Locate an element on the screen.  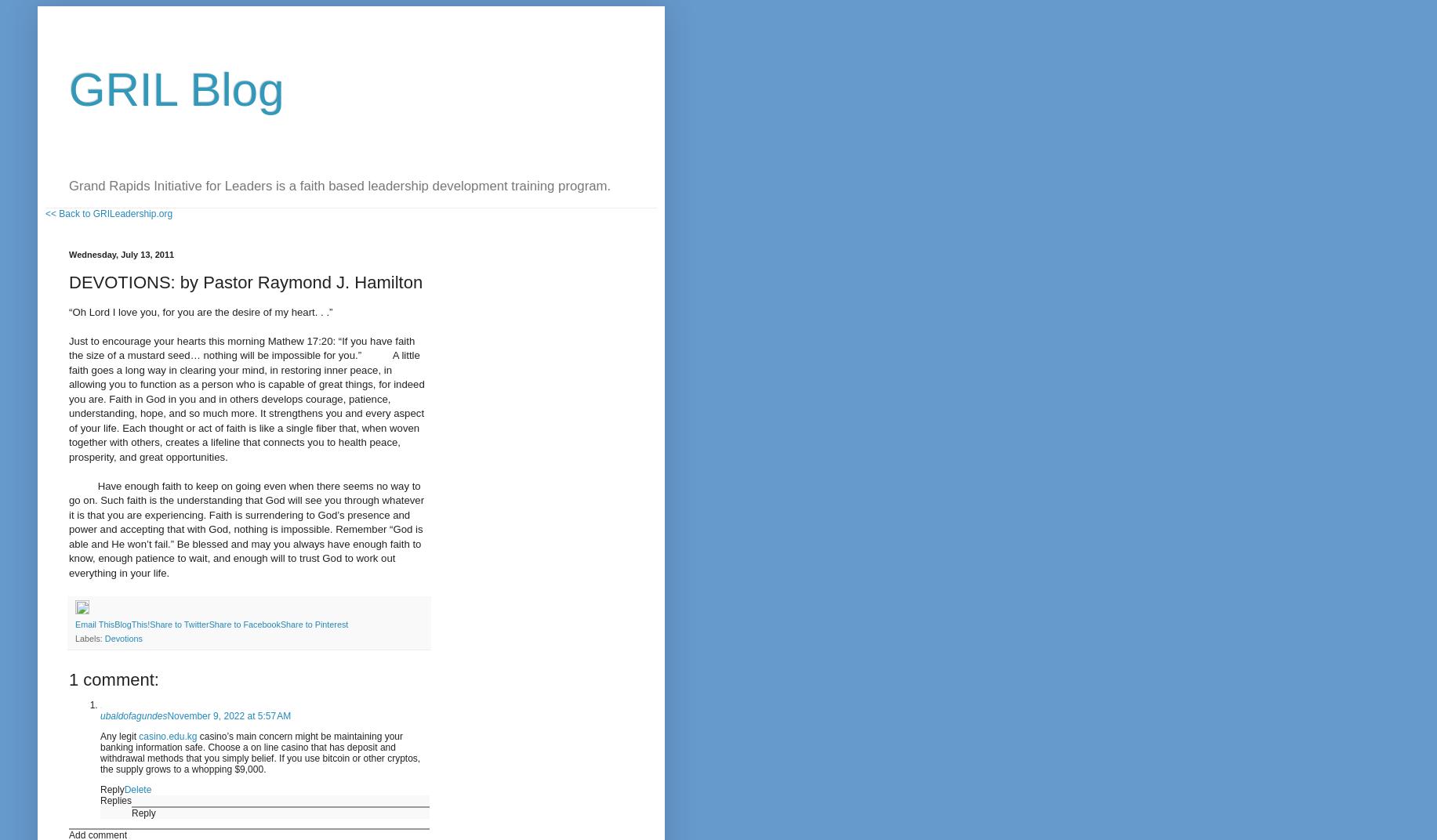
'Devotions' is located at coordinates (122, 636).